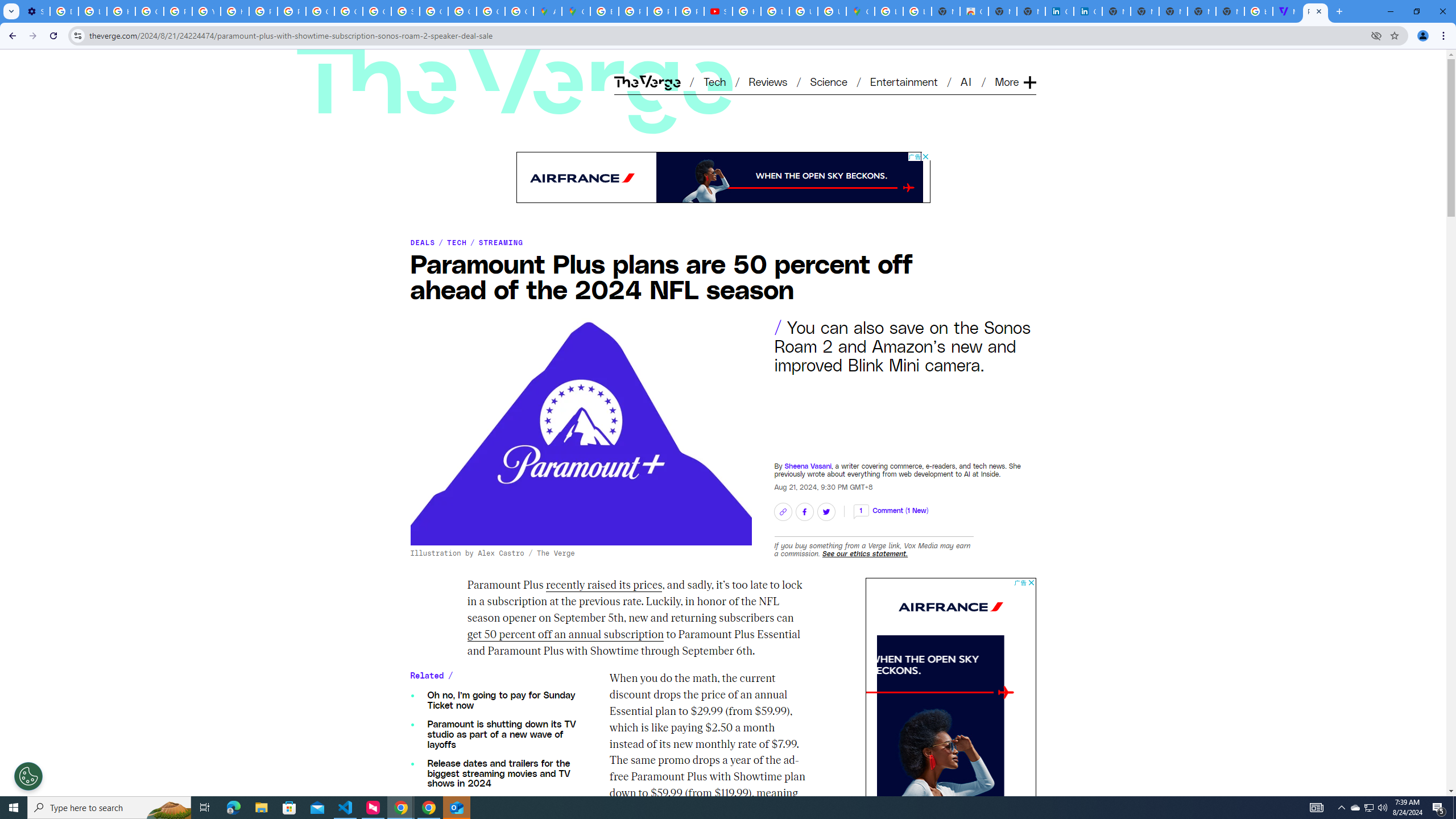  I want to click on 'AI', so click(966, 81).